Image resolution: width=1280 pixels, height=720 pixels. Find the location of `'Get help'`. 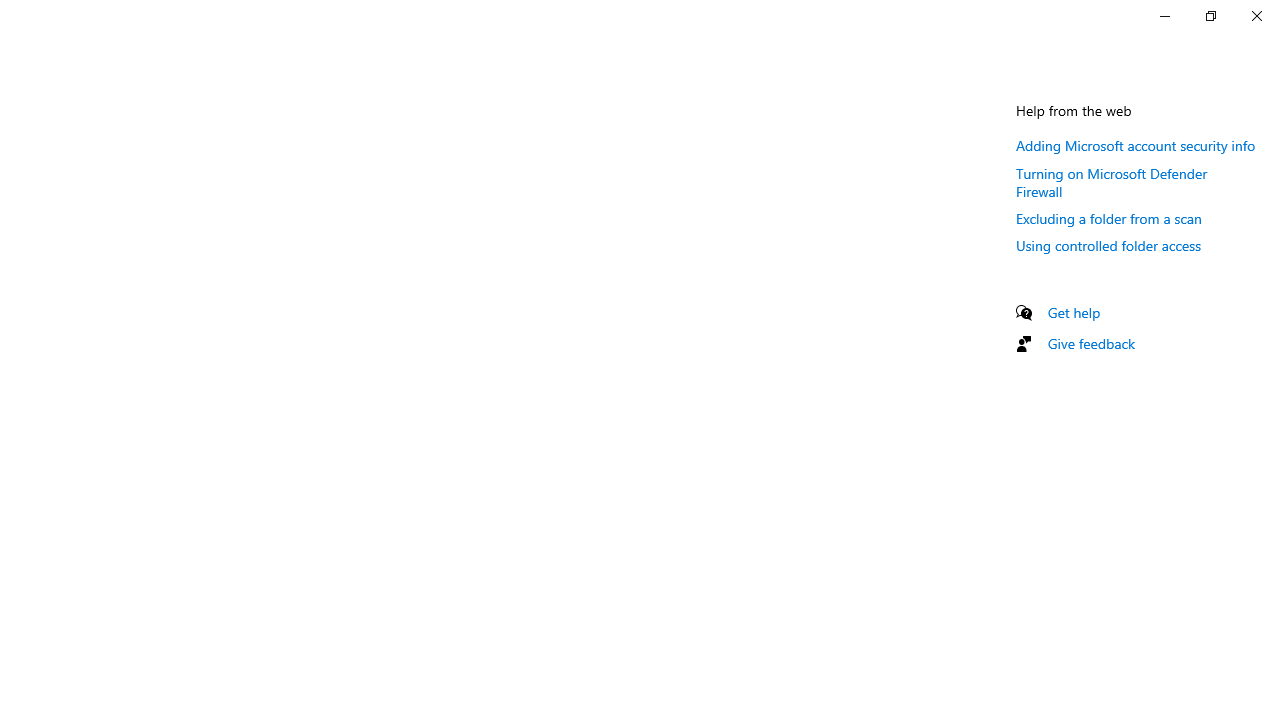

'Get help' is located at coordinates (1073, 312).